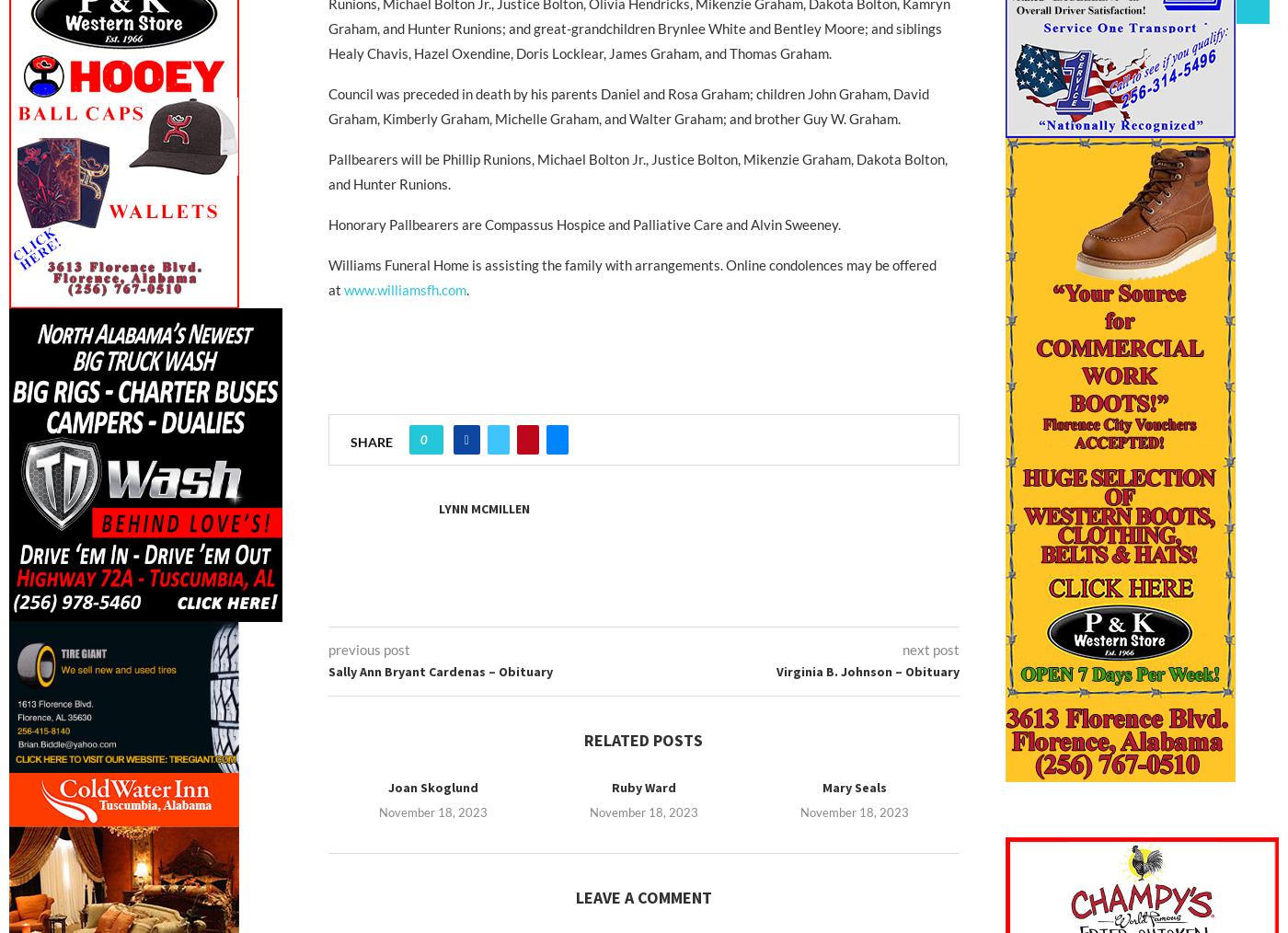  Describe the element at coordinates (546, 485) in the screenshot. I see `'Email'` at that location.